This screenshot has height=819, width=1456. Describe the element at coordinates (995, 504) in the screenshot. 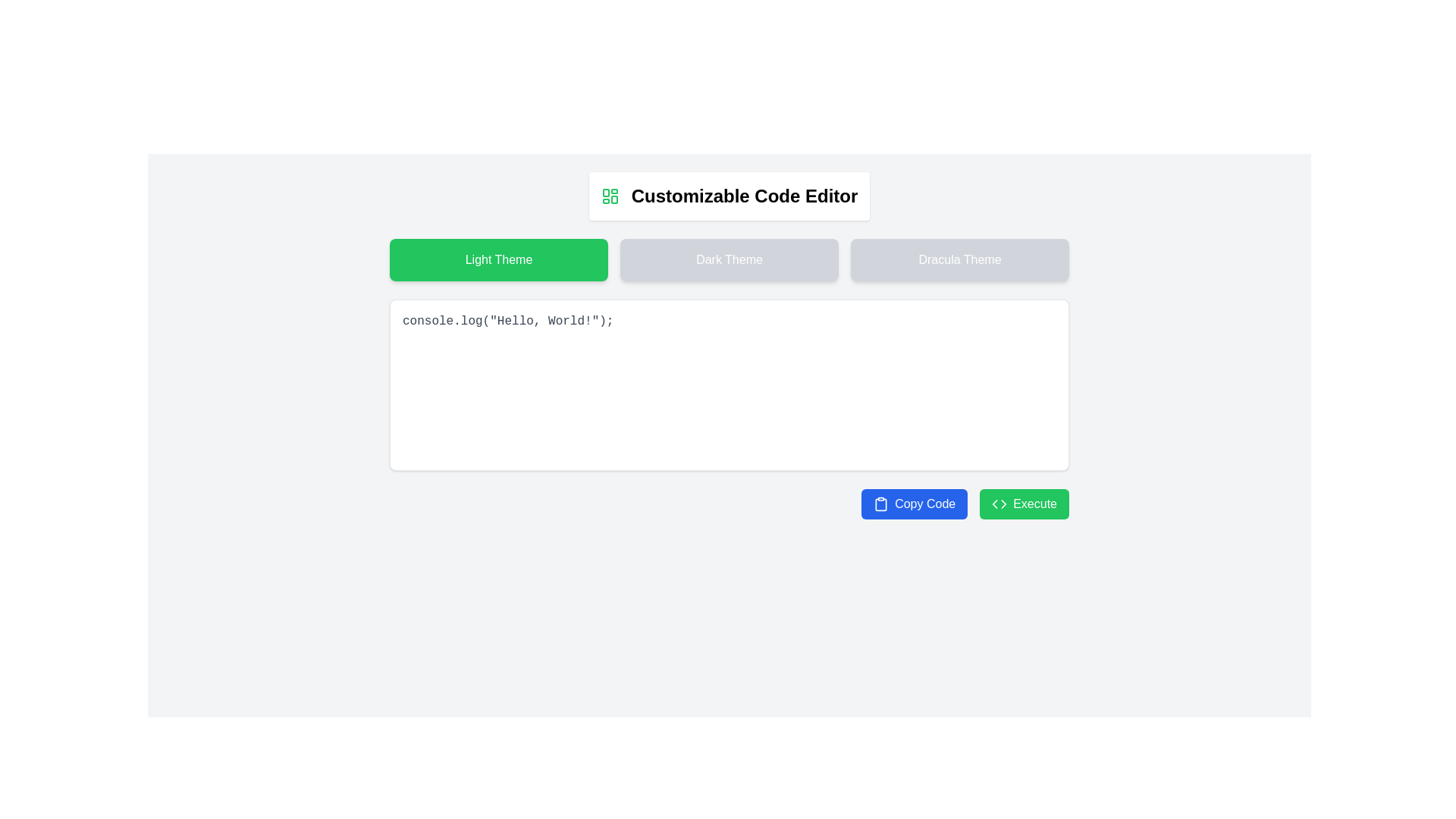

I see `the left triangle of the SVG 'code' icon, which represents the opening angle bracket in a code context` at that location.